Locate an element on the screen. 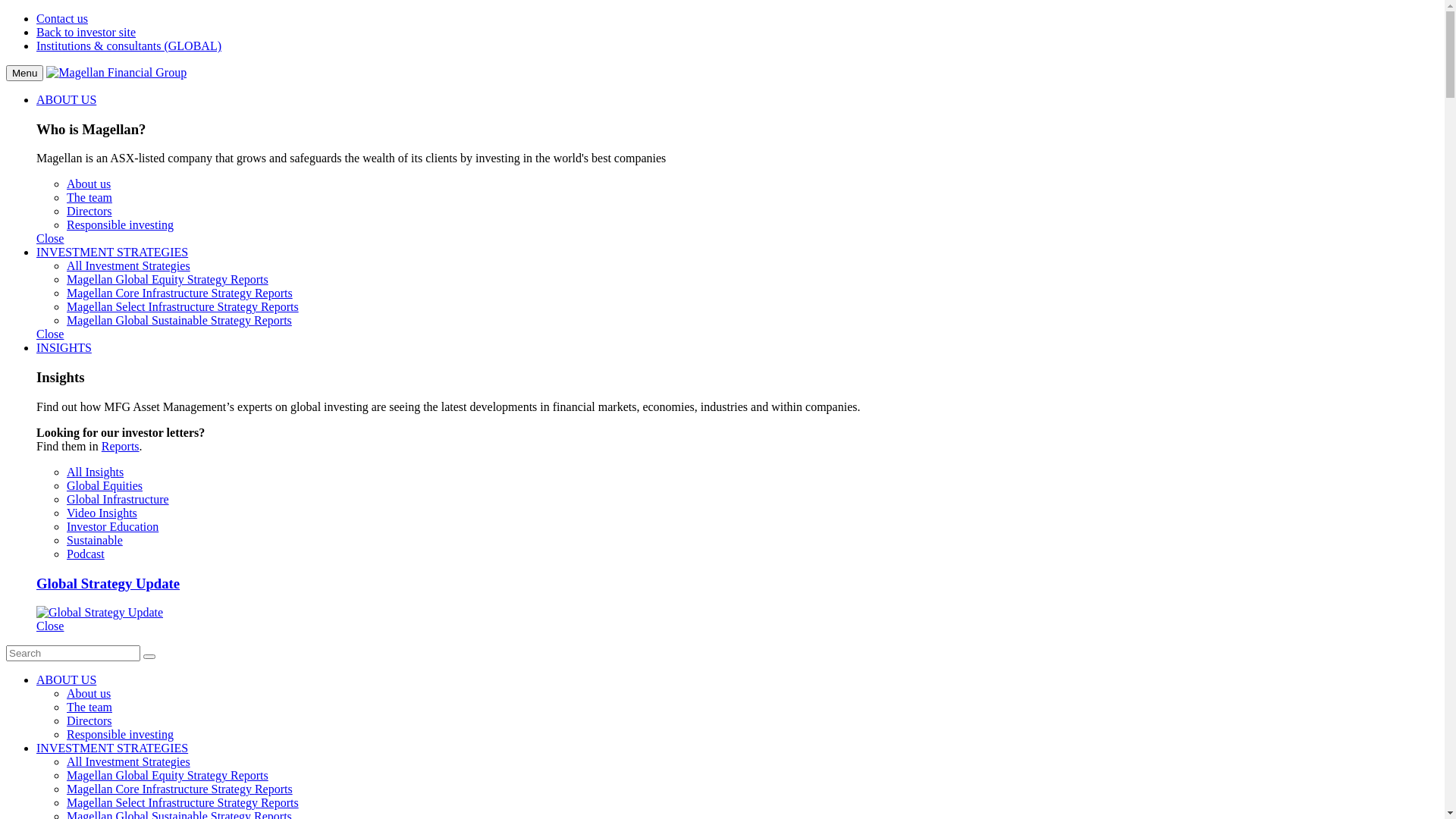  'Magellan Core Infrastructure Strategy' is located at coordinates (160, 788).